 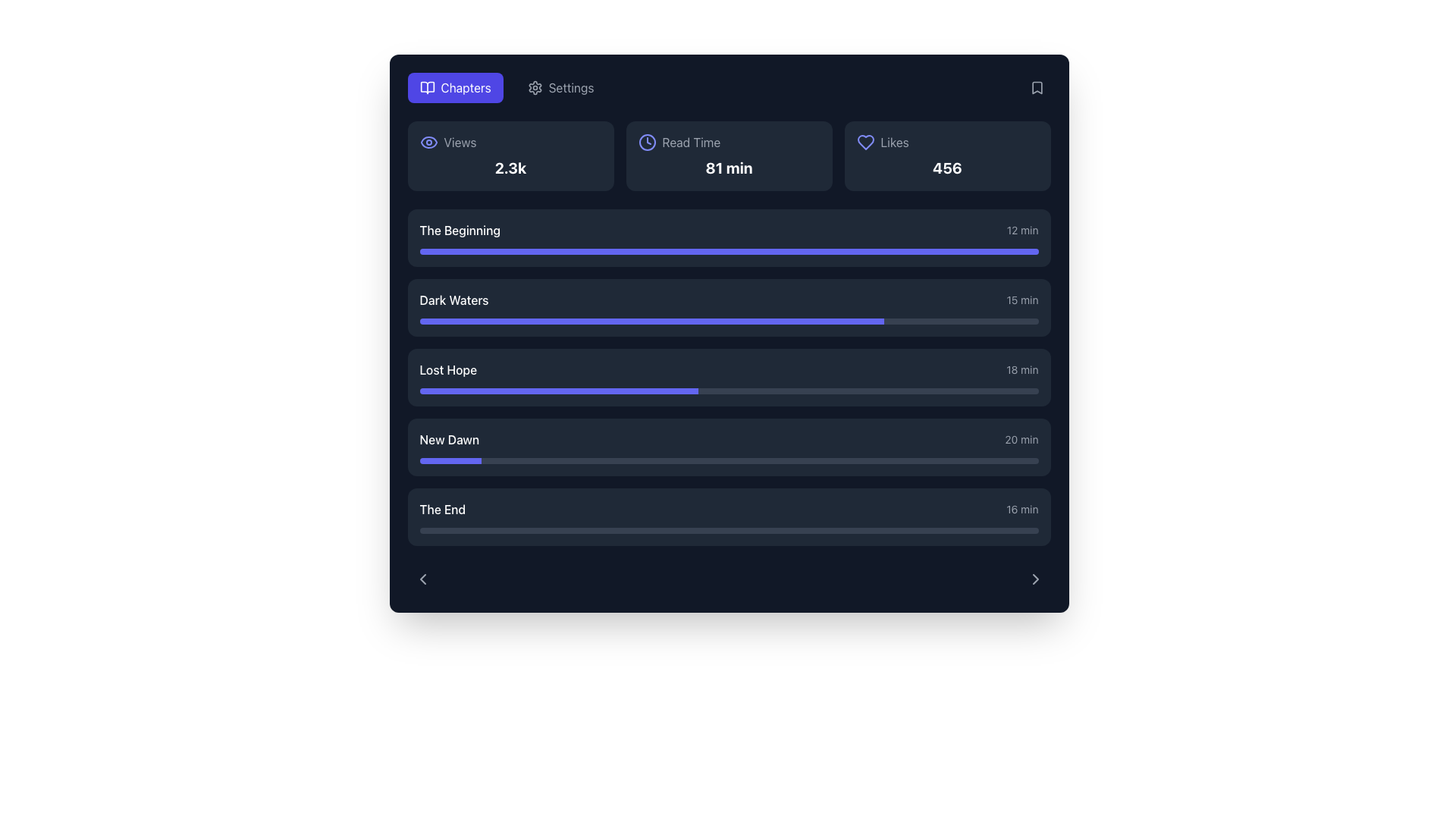 I want to click on the Text Label displaying the 'Views' metric (2.3k) located under the 'Views' label in the metrics section, so click(x=510, y=168).